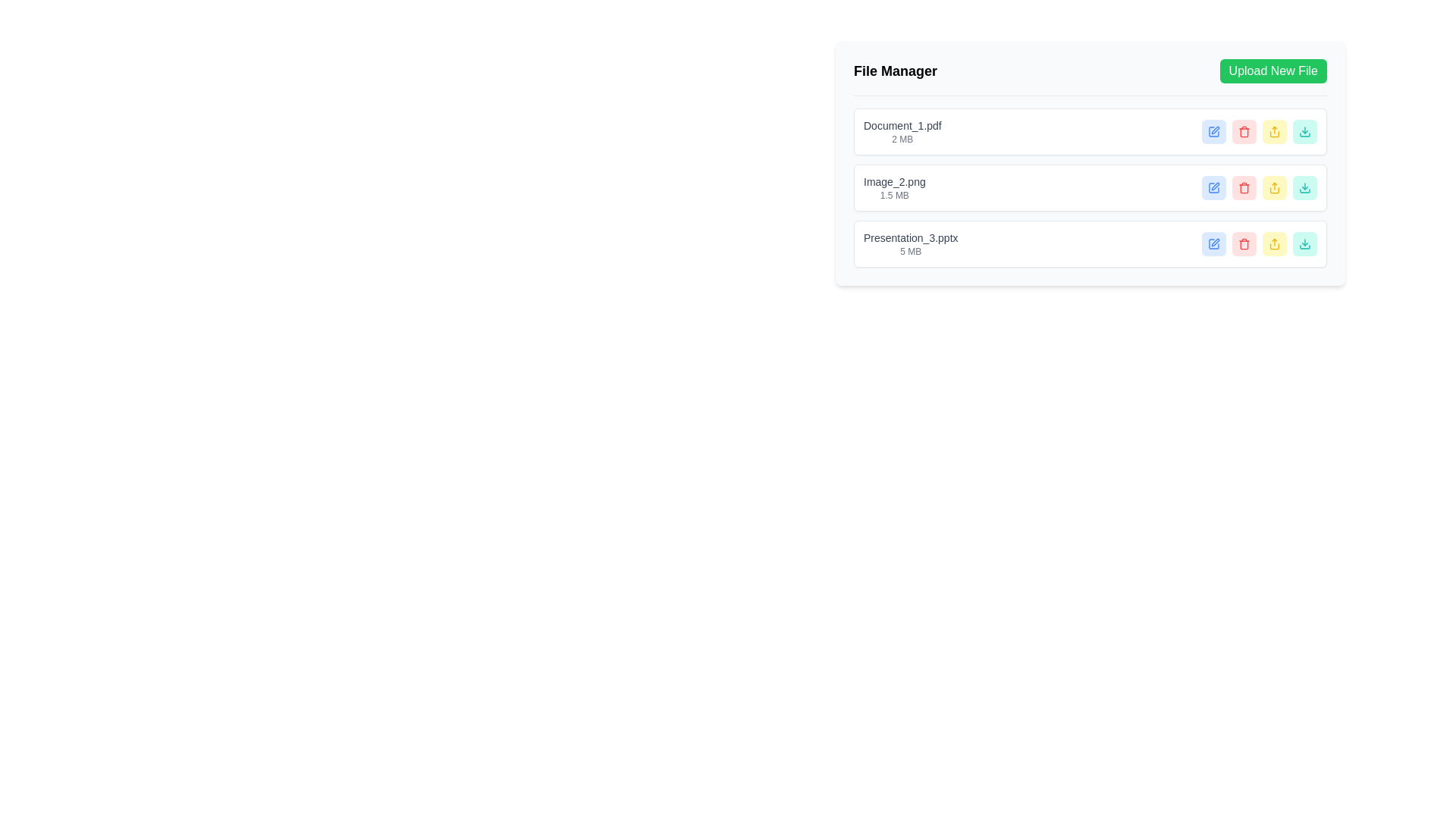  What do you see at coordinates (910, 243) in the screenshot?
I see `the text label that provides metadata for the file located in the third entry of the file list within the 'File Manager' interface, which appears below 'Image_2.png (1.5 MB)'` at bounding box center [910, 243].